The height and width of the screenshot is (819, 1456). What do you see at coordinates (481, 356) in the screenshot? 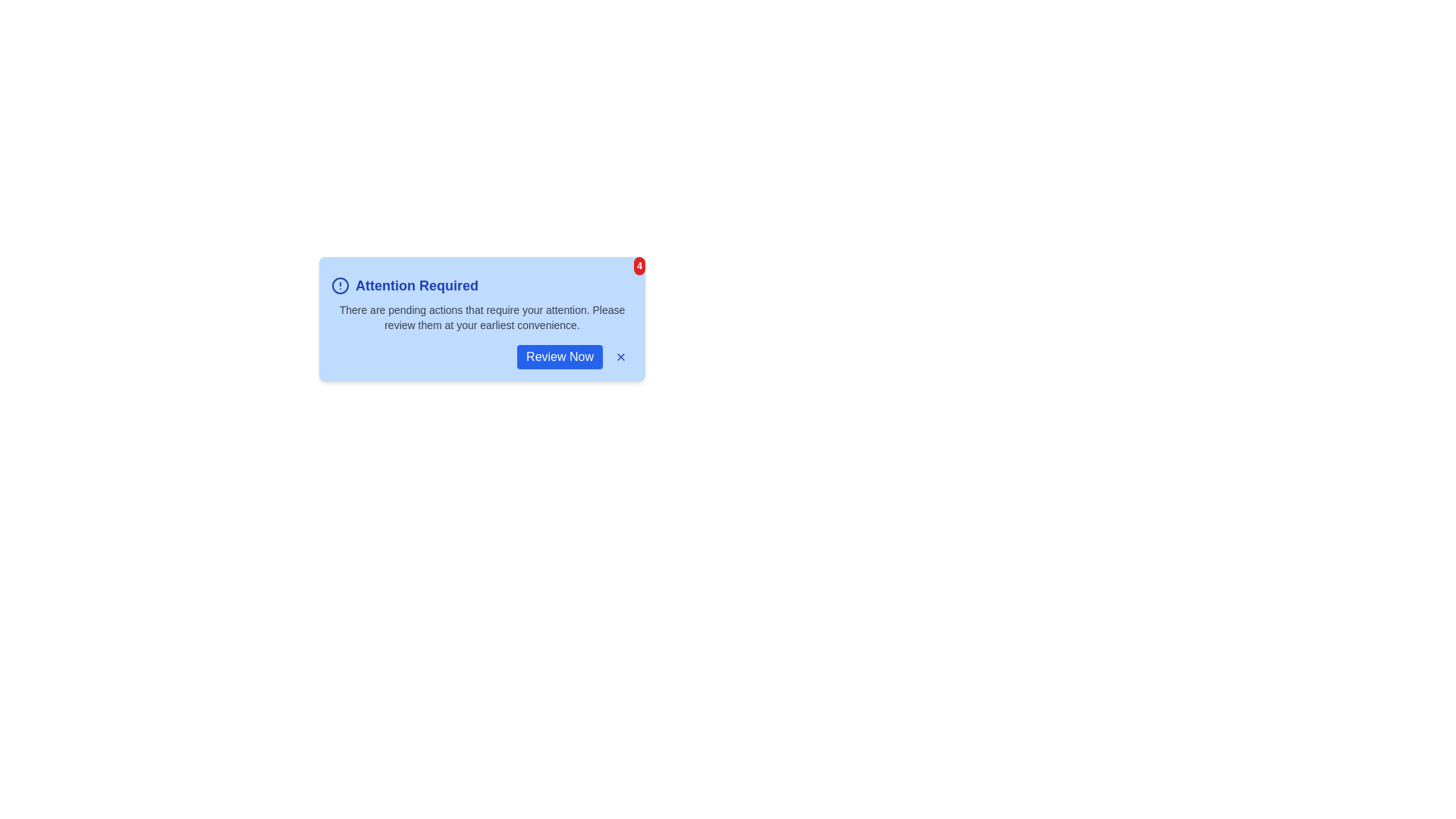
I see `the 'Review Now' blue button located in the bottom-right portion of the blue notification card, which has rounded corners and contains a title and description above the button` at bounding box center [481, 356].